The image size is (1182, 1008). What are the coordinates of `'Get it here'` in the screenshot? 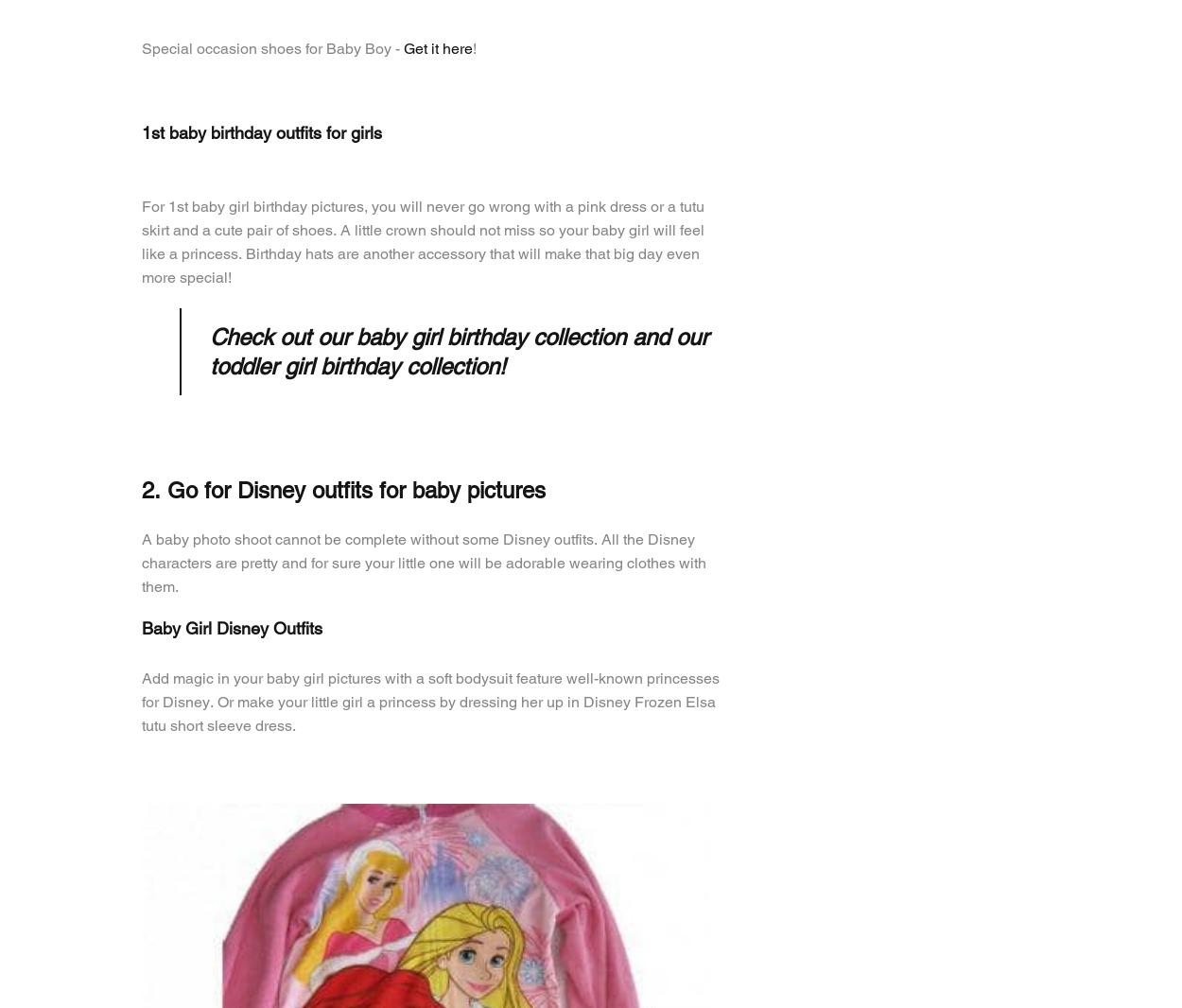 It's located at (437, 46).